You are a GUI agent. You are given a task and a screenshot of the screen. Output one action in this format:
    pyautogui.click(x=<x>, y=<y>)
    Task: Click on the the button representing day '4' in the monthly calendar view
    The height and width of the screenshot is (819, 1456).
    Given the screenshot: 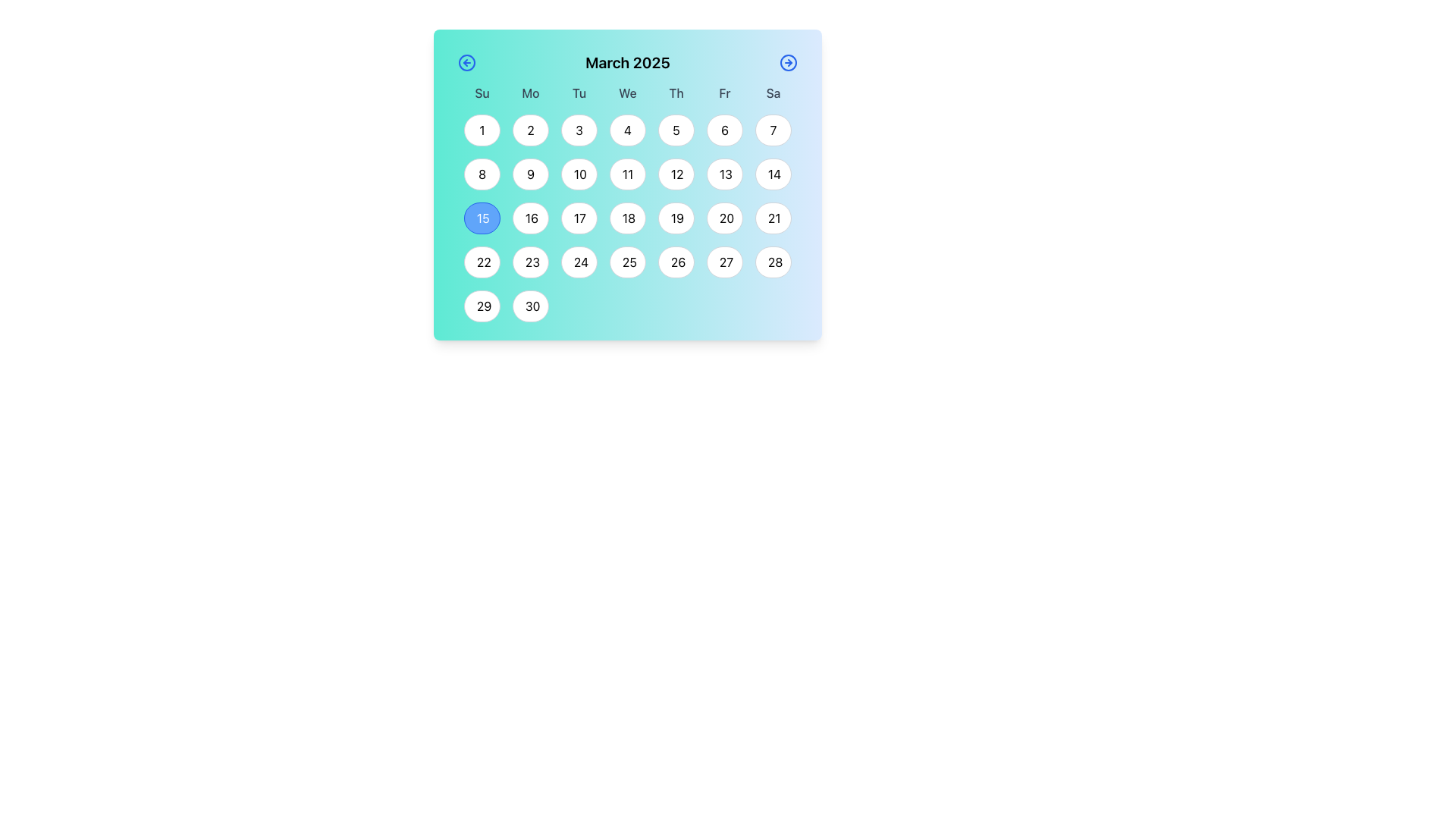 What is the action you would take?
    pyautogui.click(x=628, y=130)
    